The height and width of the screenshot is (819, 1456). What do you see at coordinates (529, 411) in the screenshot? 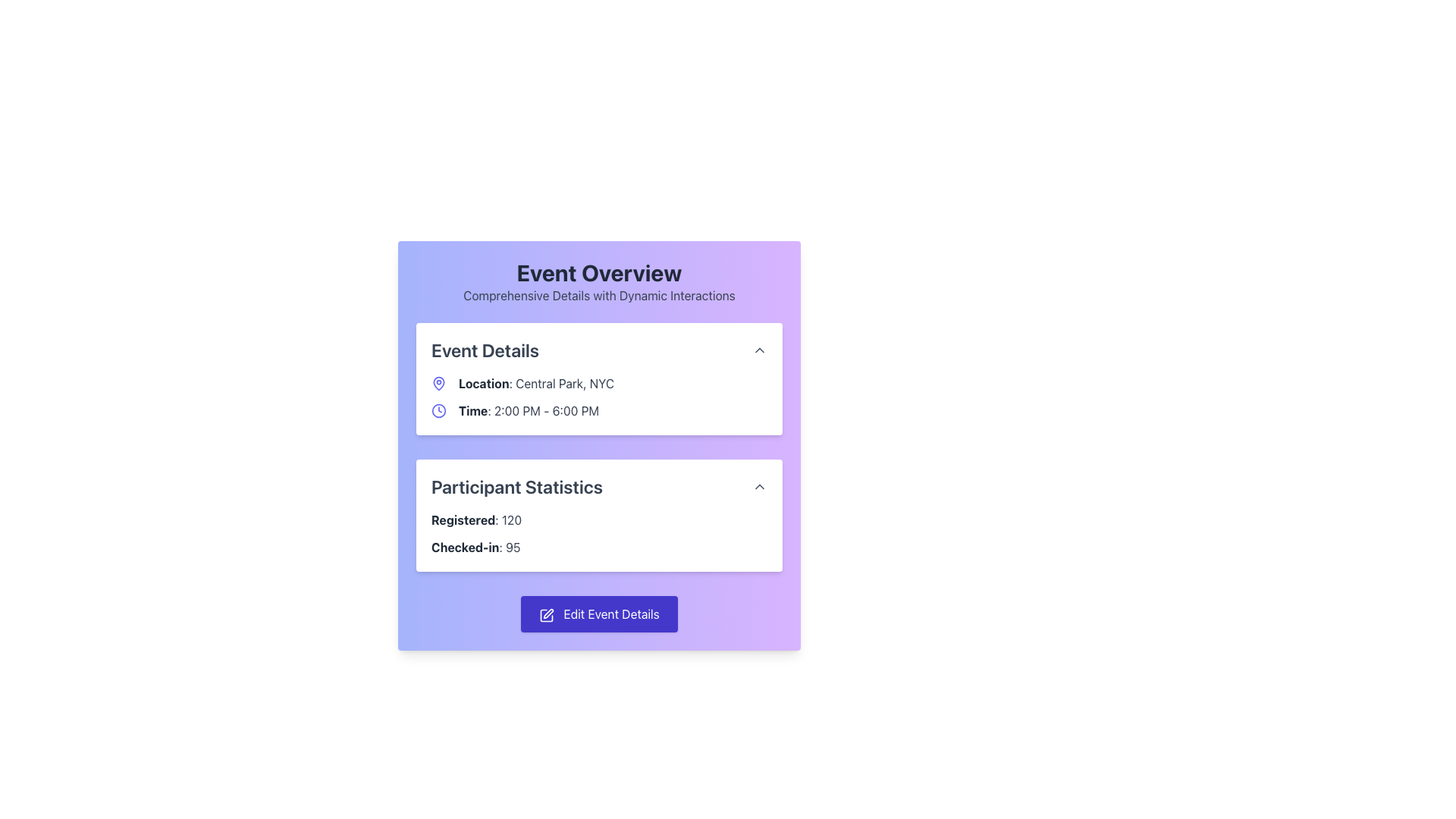
I see `the text display that shows 'Time: 2:00 PM - 6:00 PM' located in the 'Event Details' section, which is the second entry below 'Location: Central Park, NYC'` at bounding box center [529, 411].